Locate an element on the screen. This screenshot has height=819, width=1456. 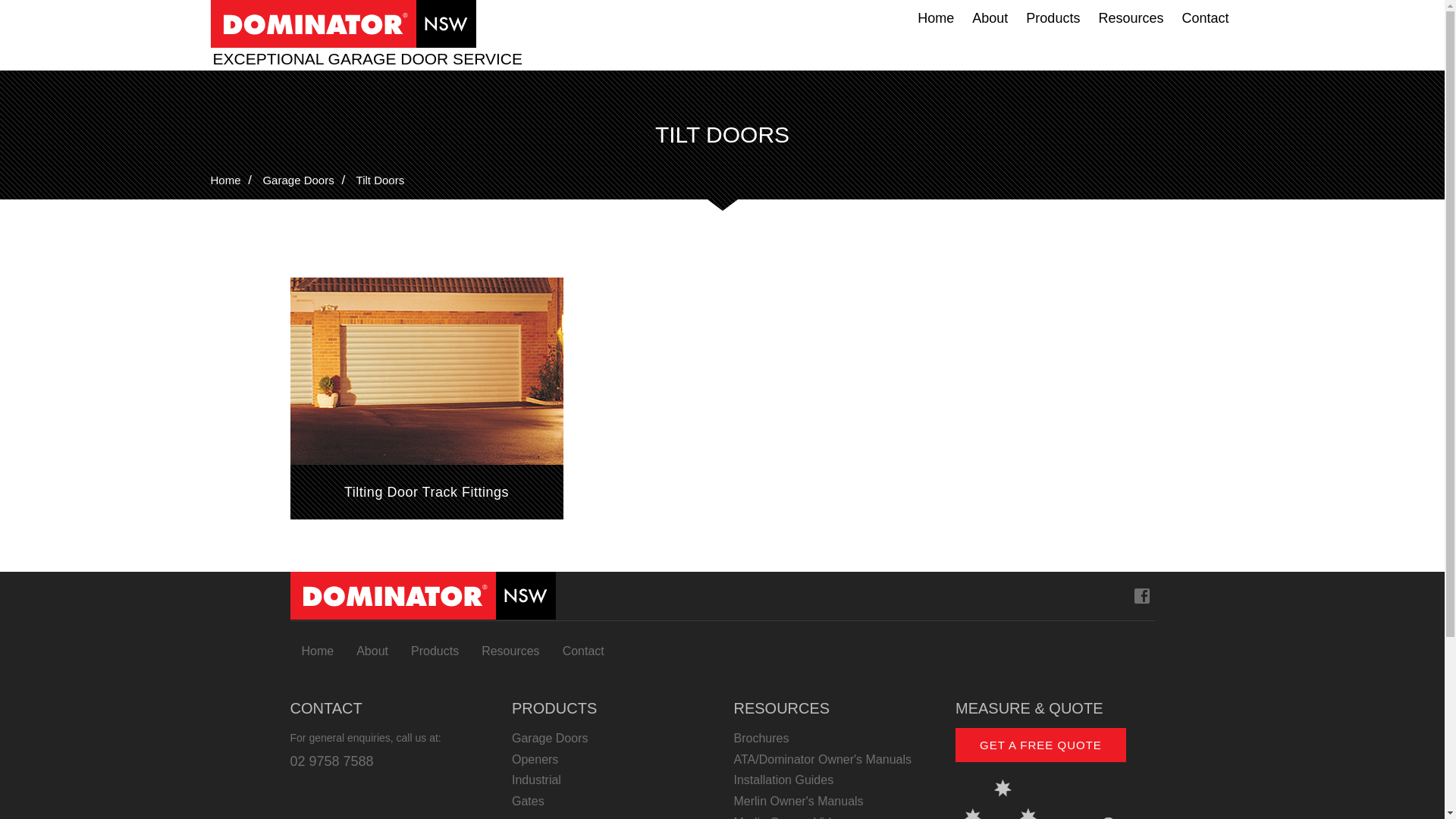
'Resources' is located at coordinates (1087, 17).